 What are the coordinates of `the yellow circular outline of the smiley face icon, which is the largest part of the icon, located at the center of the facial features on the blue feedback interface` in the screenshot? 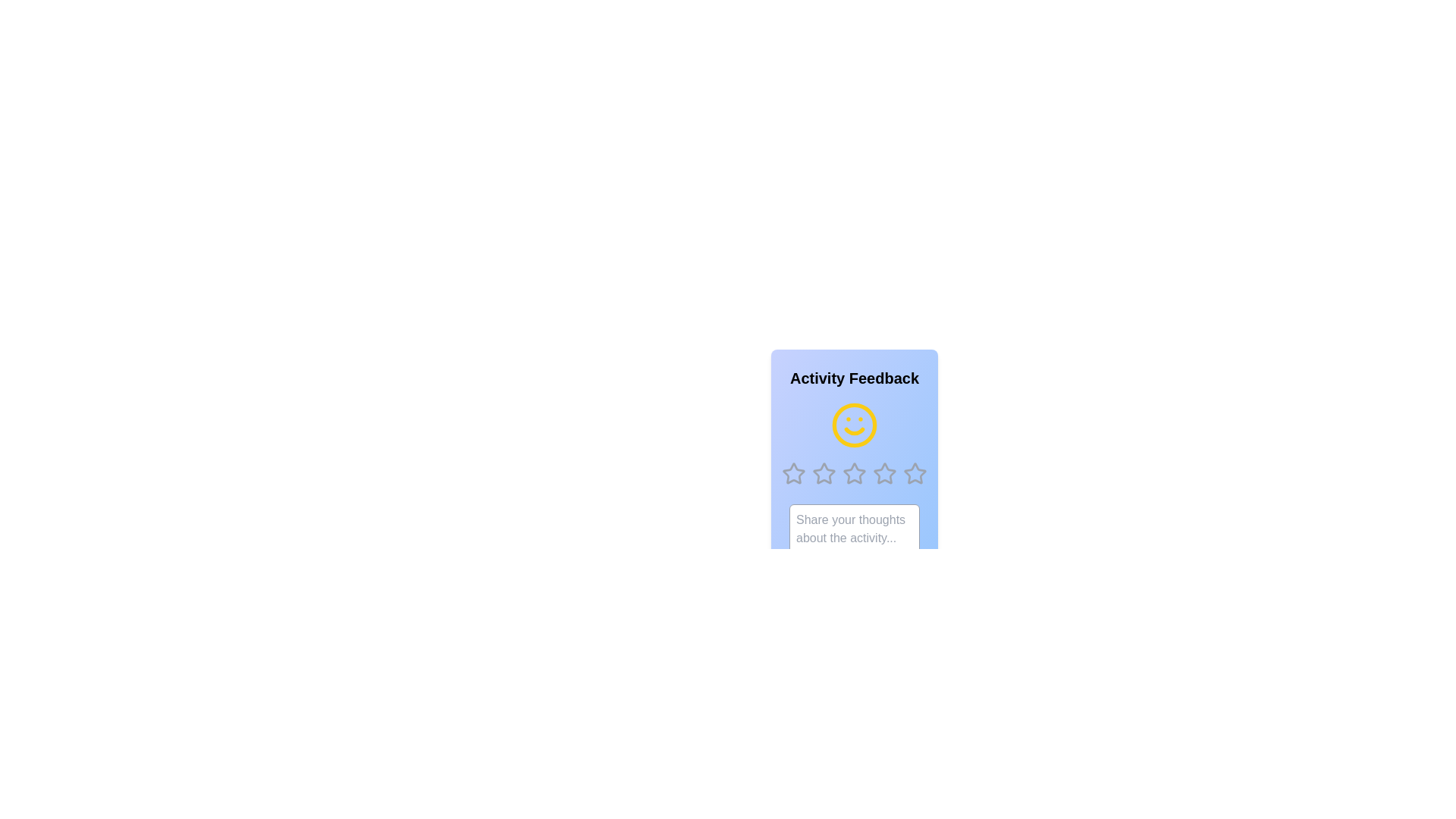 It's located at (855, 425).